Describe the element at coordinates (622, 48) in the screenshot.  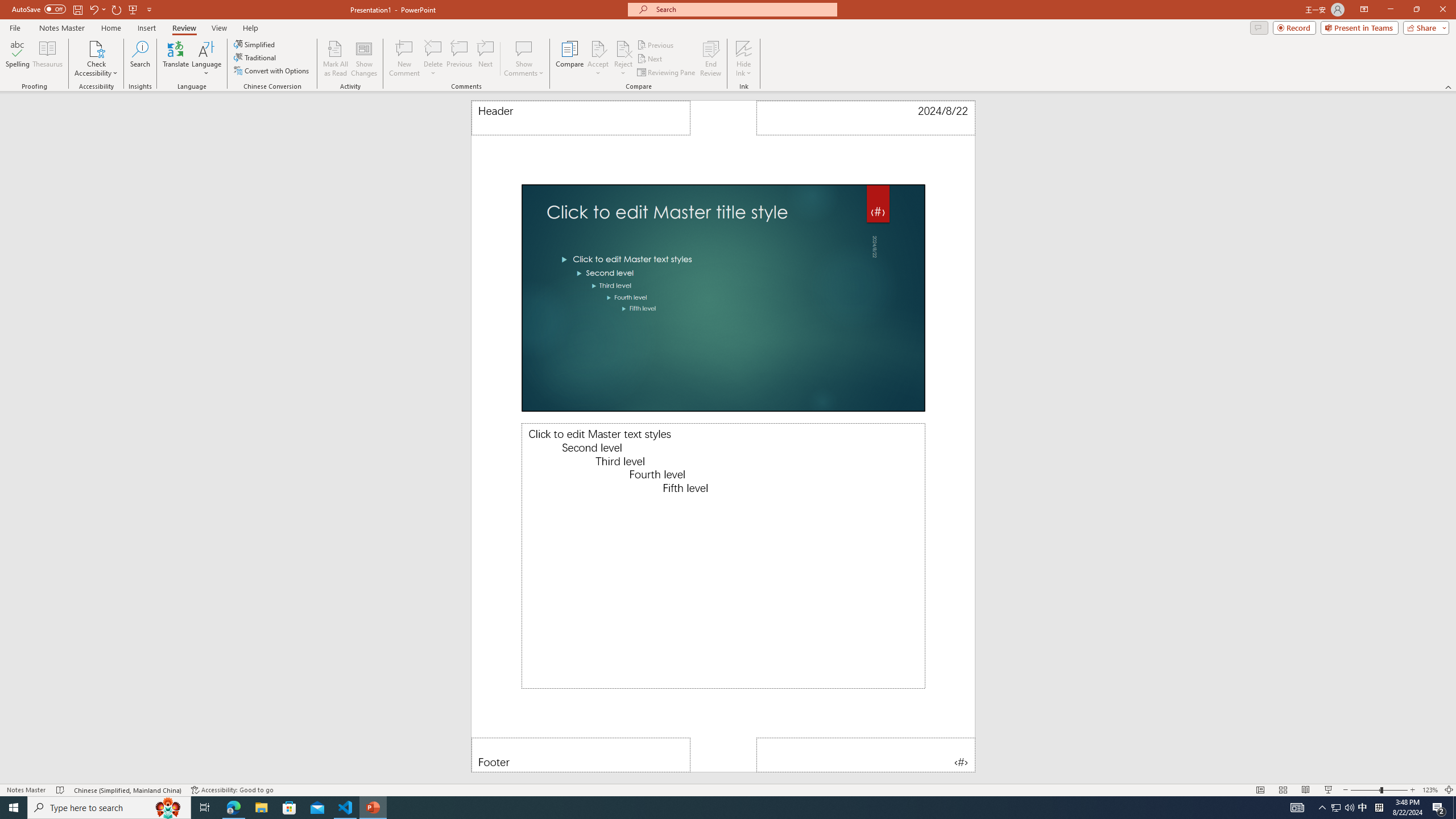
I see `'Reject Change'` at that location.